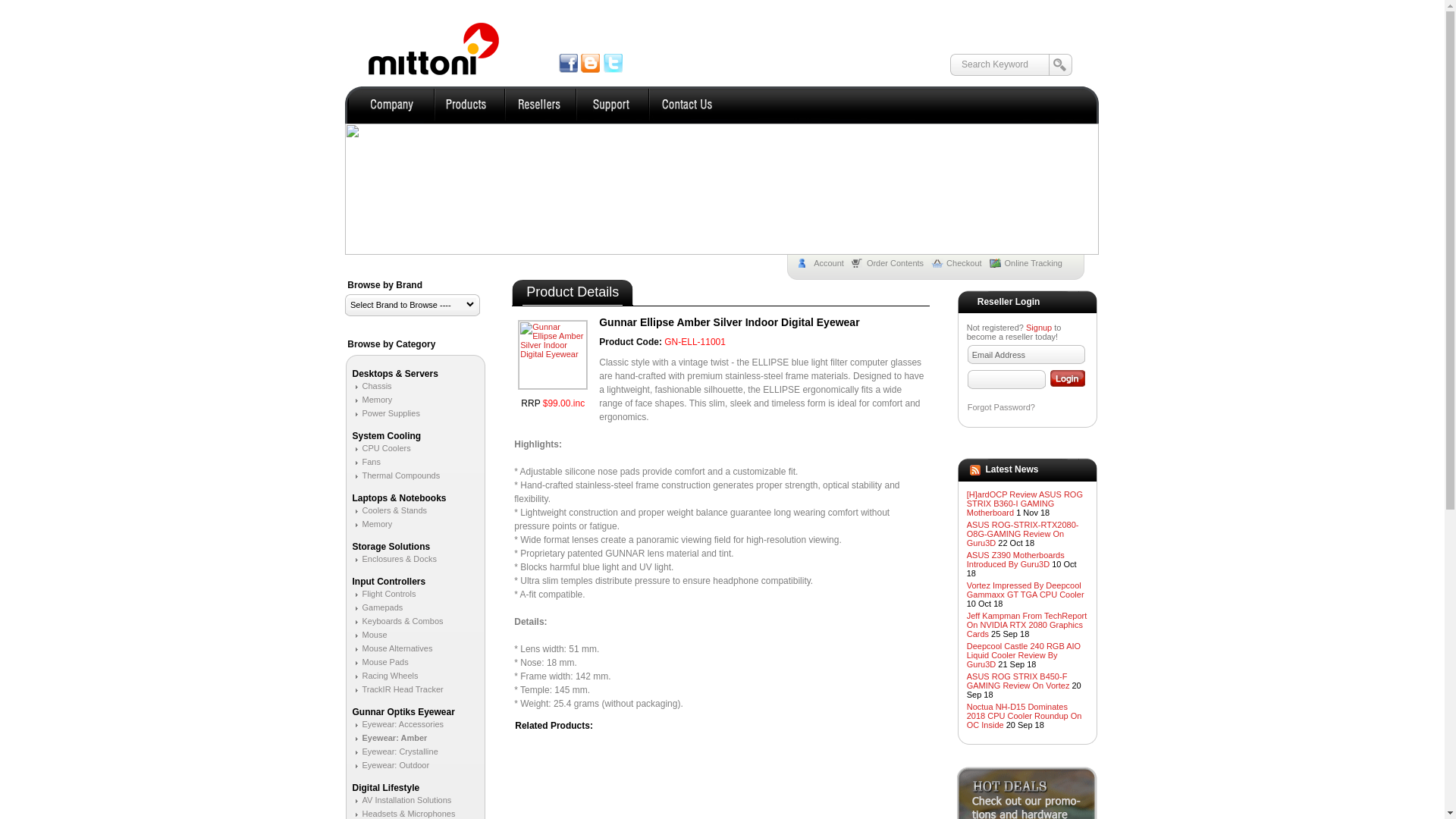  Describe the element at coordinates (371, 385) in the screenshot. I see `'Chassis'` at that location.